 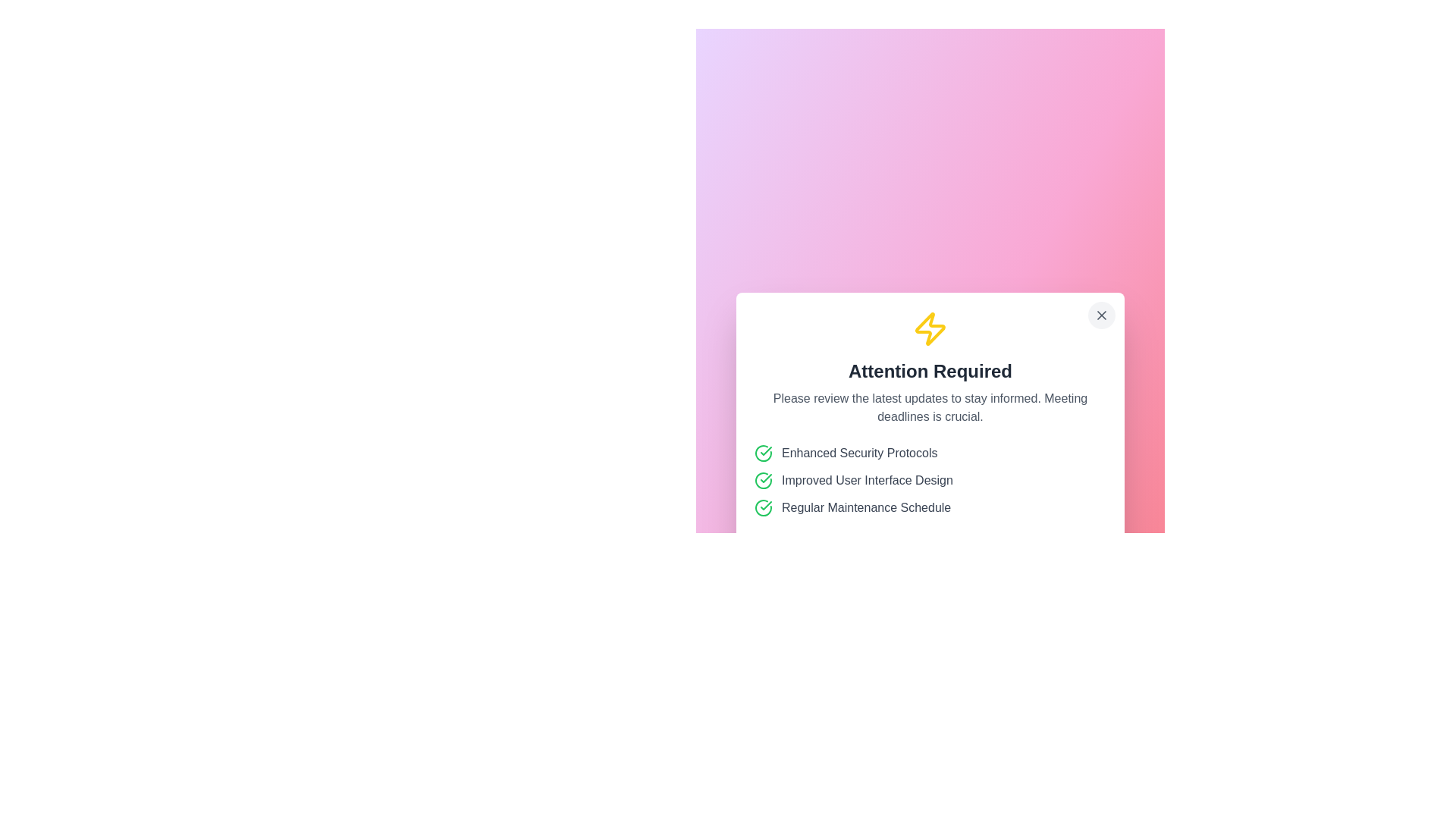 What do you see at coordinates (930, 328) in the screenshot?
I see `the yellow lightning bolt icon with a bold, rounded outline, located at the center-top of the modal dialog above the 'Attention Required' heading` at bounding box center [930, 328].